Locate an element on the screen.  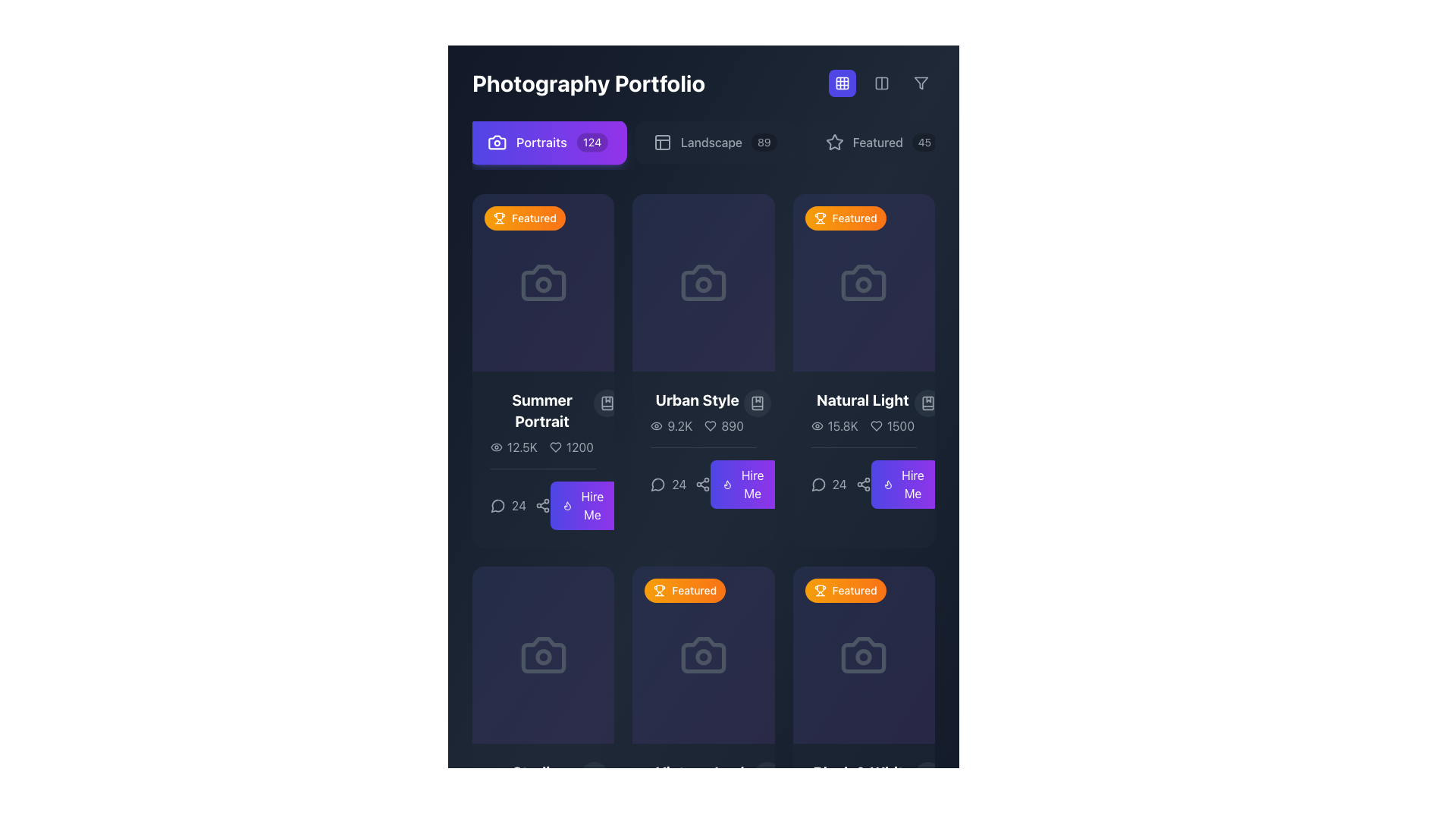
the numerical display that shows the view count located below the 'Natural Light' card in the third column, which is visually paired with an eye icon on the left is located at coordinates (833, 426).